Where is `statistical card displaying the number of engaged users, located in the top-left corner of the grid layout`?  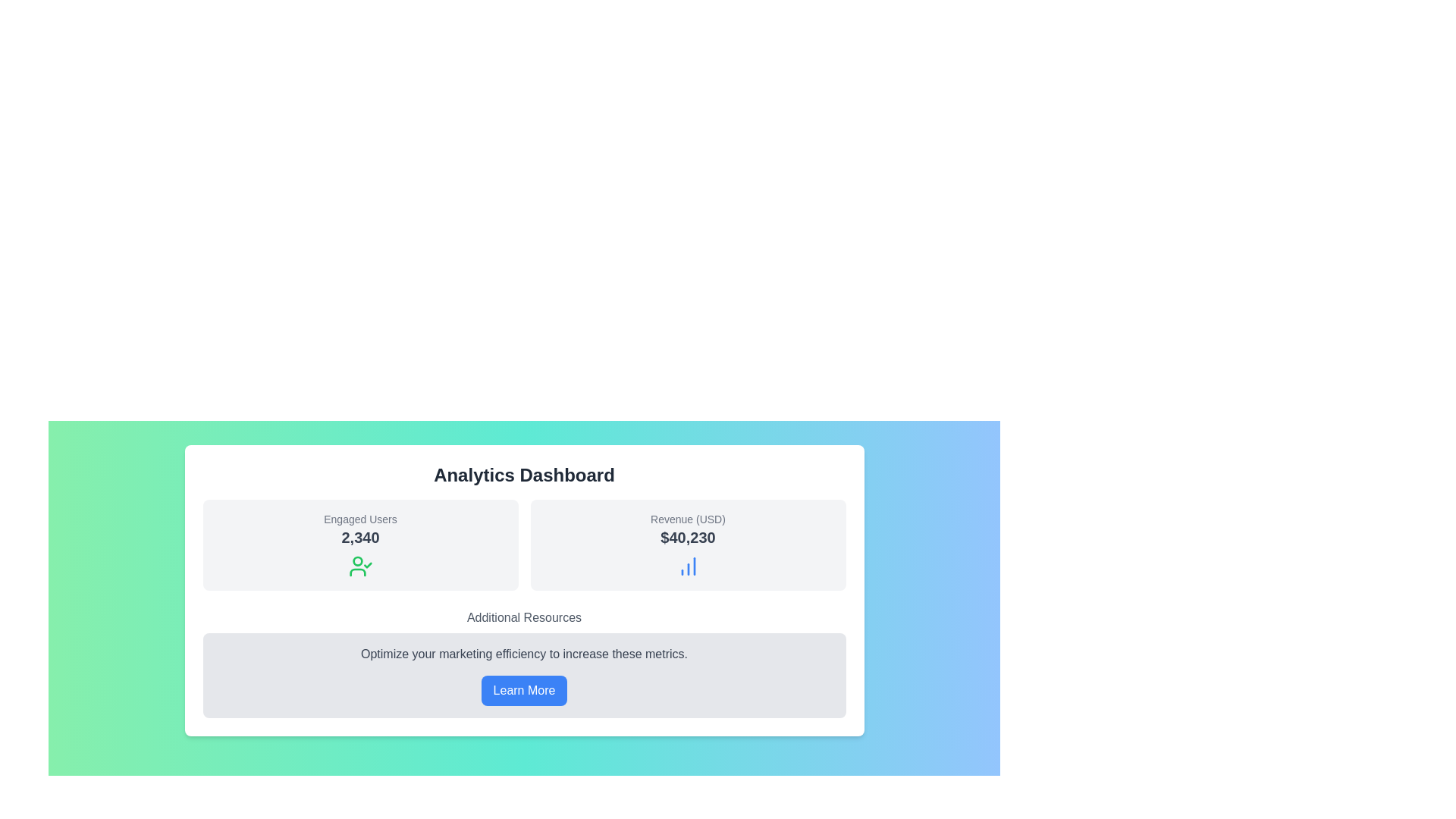
statistical card displaying the number of engaged users, located in the top-left corner of the grid layout is located at coordinates (359, 544).